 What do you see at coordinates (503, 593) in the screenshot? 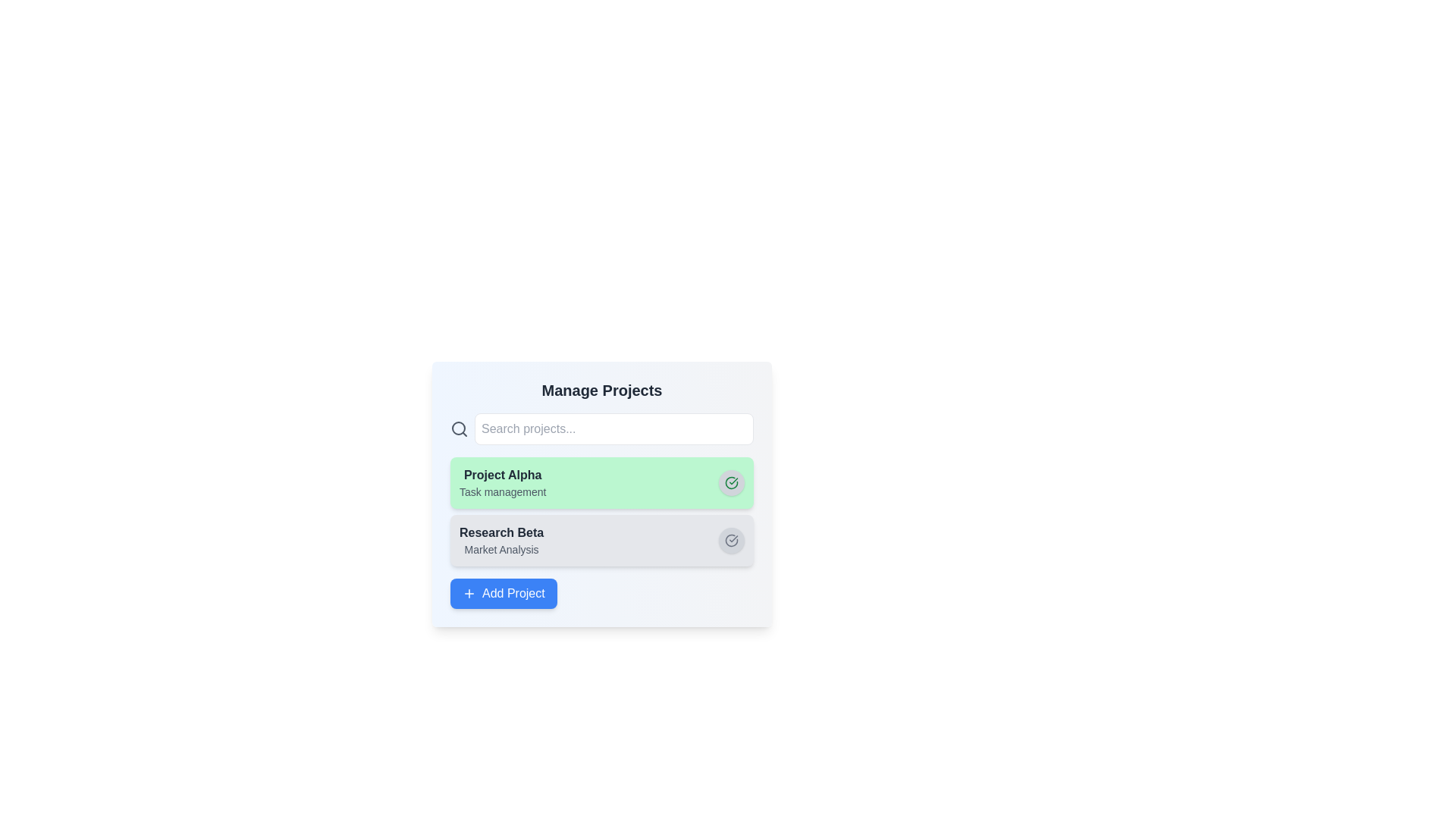
I see `the 'Add Project' button to add a new project` at bounding box center [503, 593].